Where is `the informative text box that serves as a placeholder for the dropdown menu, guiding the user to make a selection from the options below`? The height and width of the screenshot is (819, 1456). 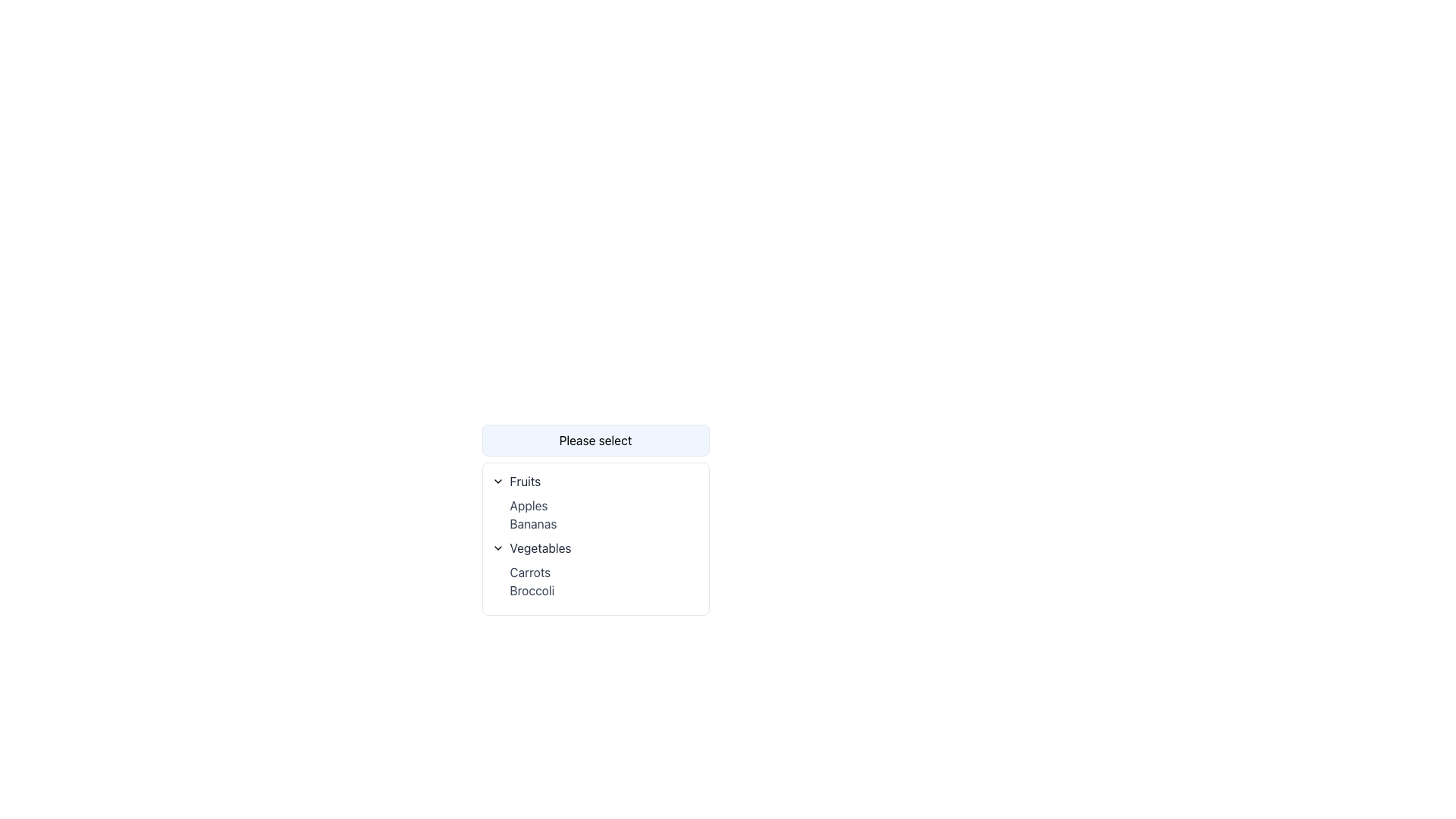
the informative text box that serves as a placeholder for the dropdown menu, guiding the user to make a selection from the options below is located at coordinates (595, 441).